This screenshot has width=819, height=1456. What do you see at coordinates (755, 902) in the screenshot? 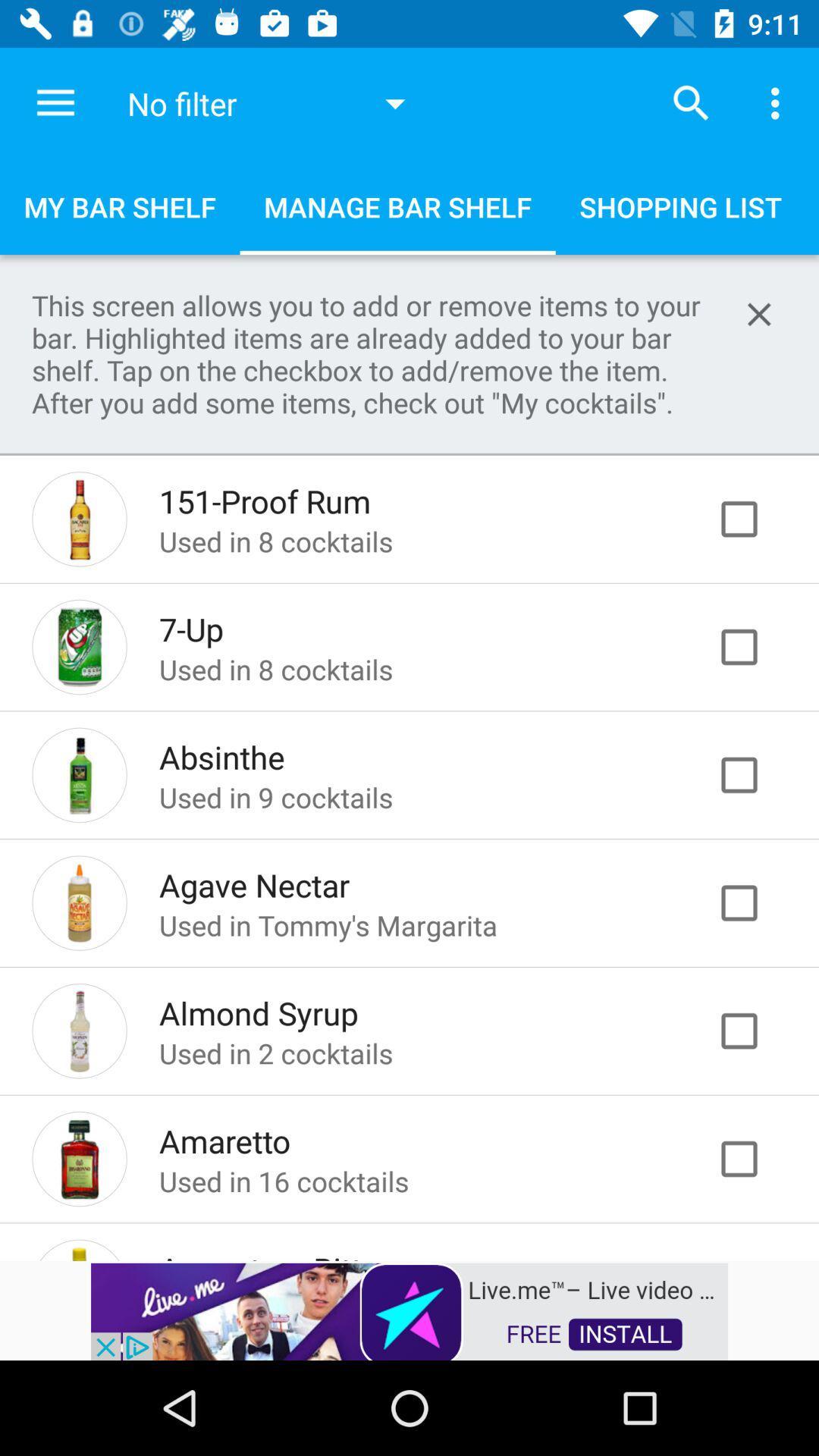
I see `item to bar` at bounding box center [755, 902].